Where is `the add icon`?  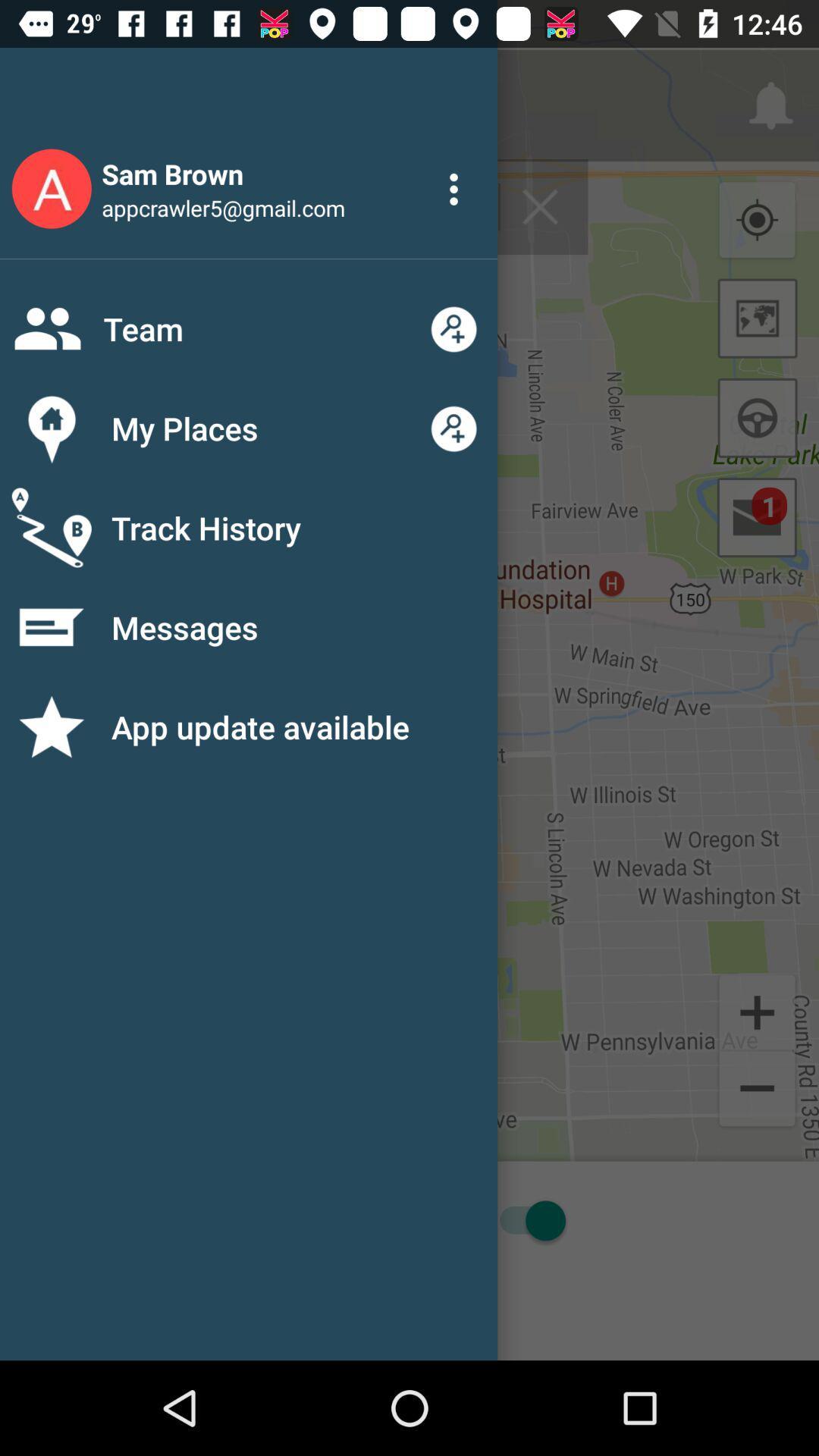
the add icon is located at coordinates (757, 1011).